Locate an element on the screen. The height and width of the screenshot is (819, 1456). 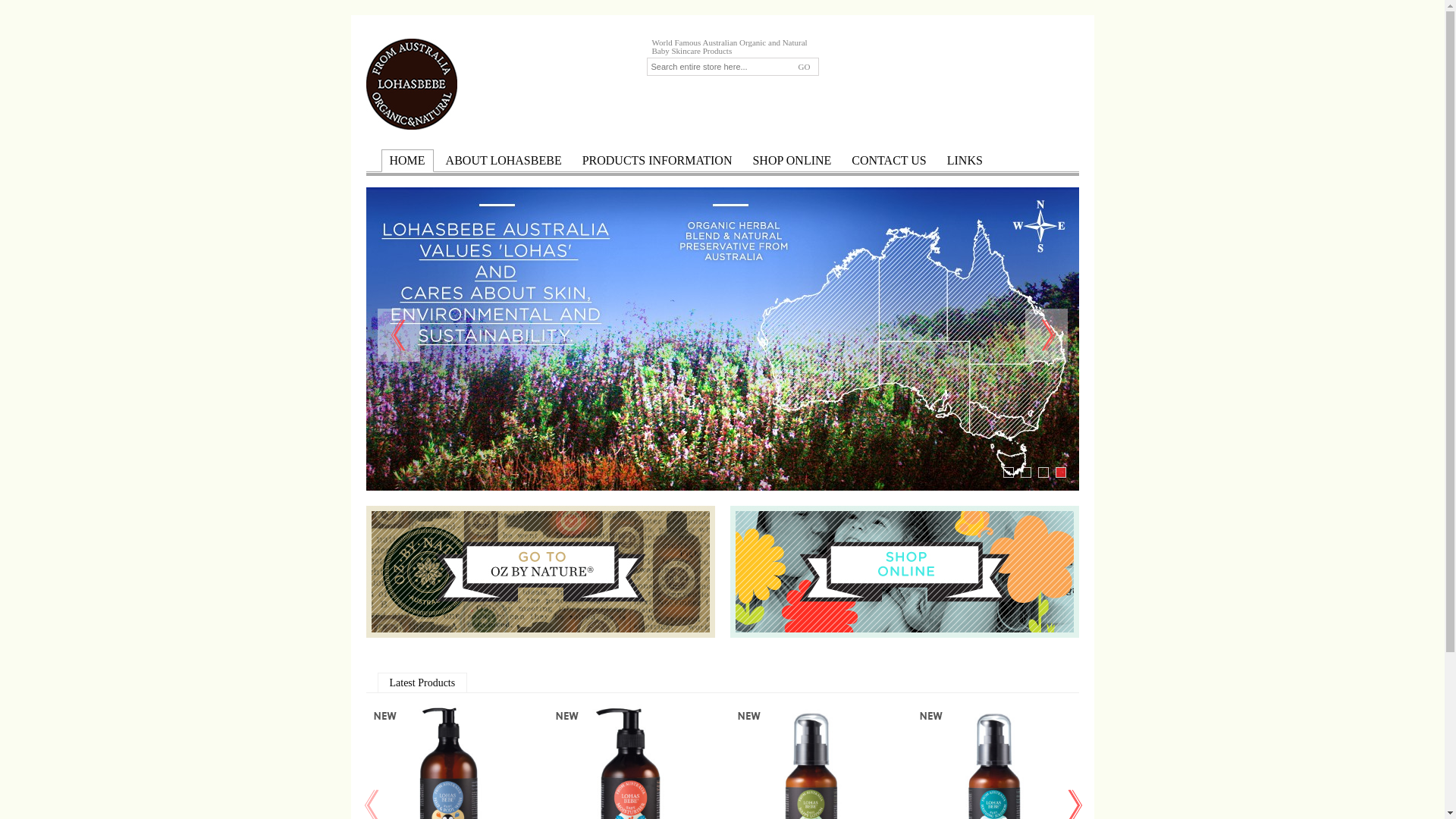
'SHOP ONLINE' is located at coordinates (745, 160).